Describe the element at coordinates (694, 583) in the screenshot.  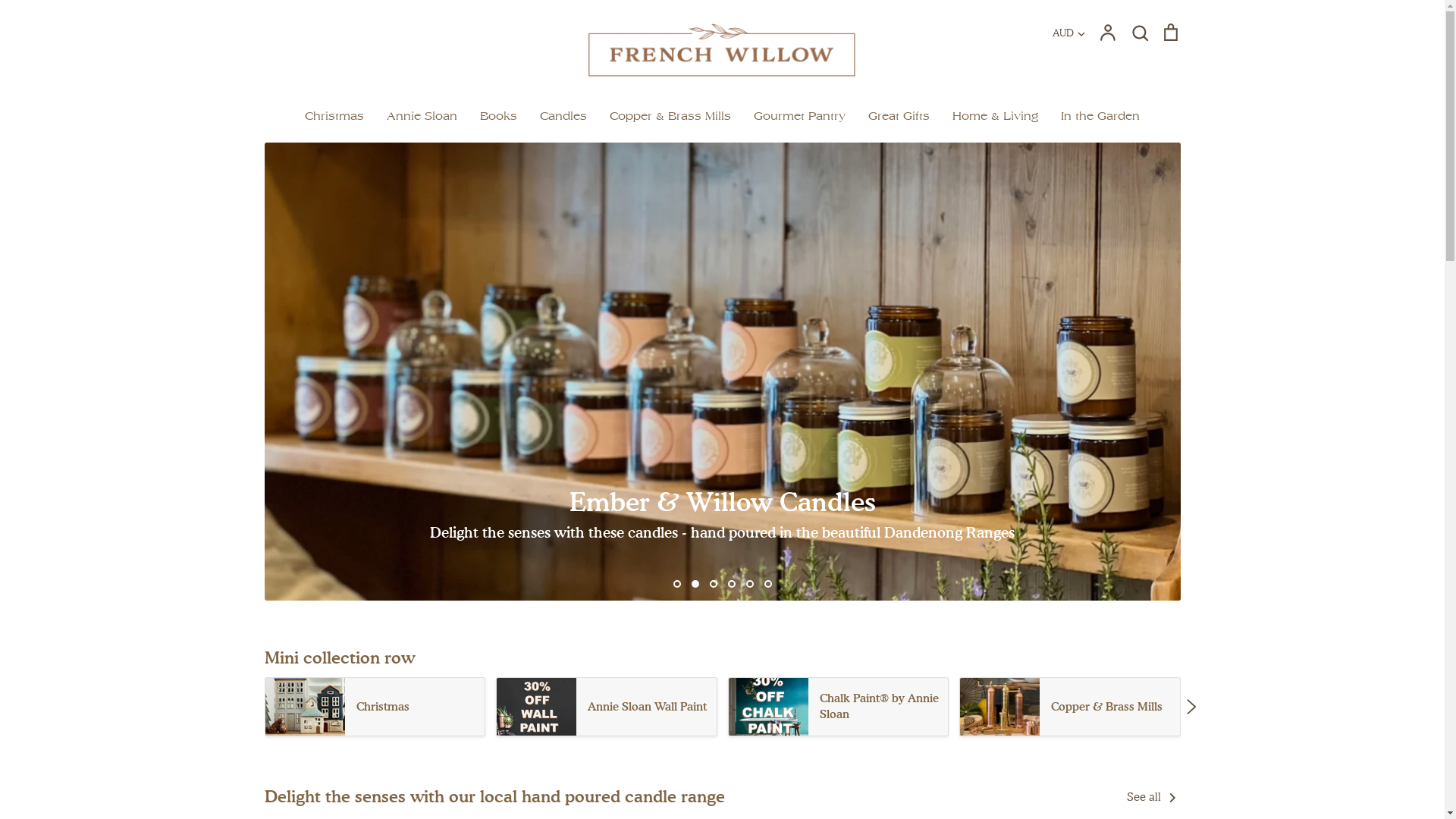
I see `'2'` at that location.